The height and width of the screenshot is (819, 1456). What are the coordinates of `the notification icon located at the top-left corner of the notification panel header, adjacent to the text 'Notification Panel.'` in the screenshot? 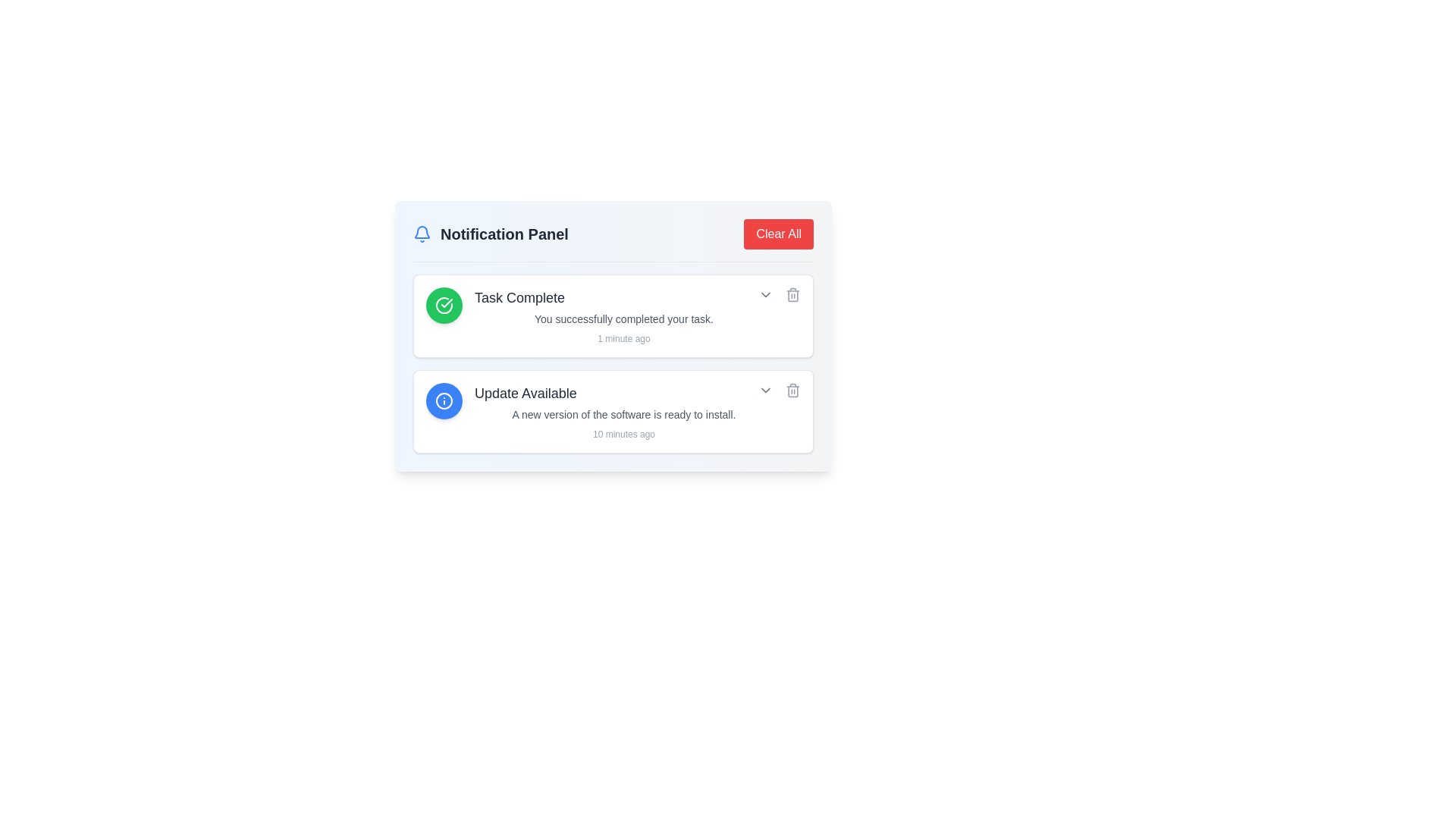 It's located at (422, 232).